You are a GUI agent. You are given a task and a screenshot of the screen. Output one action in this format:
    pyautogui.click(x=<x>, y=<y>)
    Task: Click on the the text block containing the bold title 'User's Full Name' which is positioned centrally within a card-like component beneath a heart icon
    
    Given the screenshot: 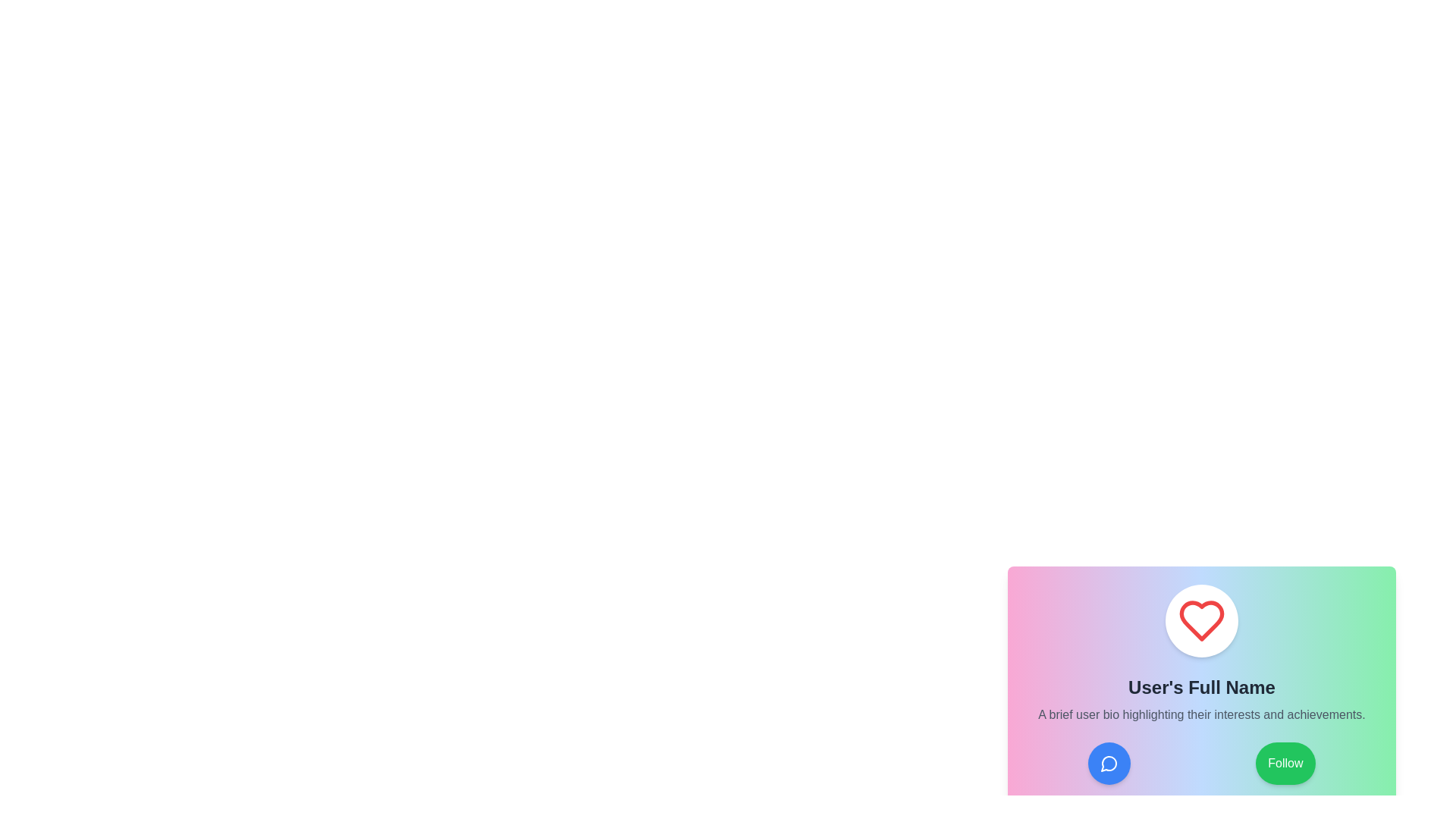 What is the action you would take?
    pyautogui.click(x=1200, y=699)
    